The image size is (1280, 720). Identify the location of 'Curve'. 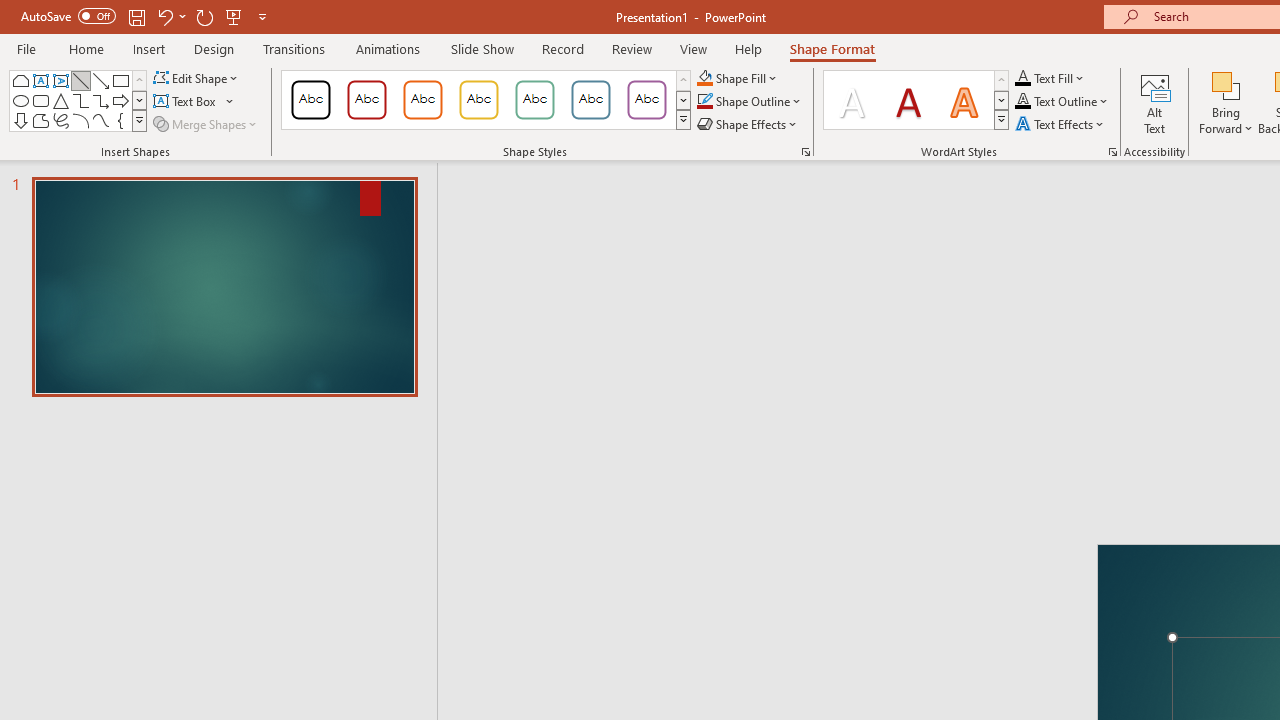
(100, 120).